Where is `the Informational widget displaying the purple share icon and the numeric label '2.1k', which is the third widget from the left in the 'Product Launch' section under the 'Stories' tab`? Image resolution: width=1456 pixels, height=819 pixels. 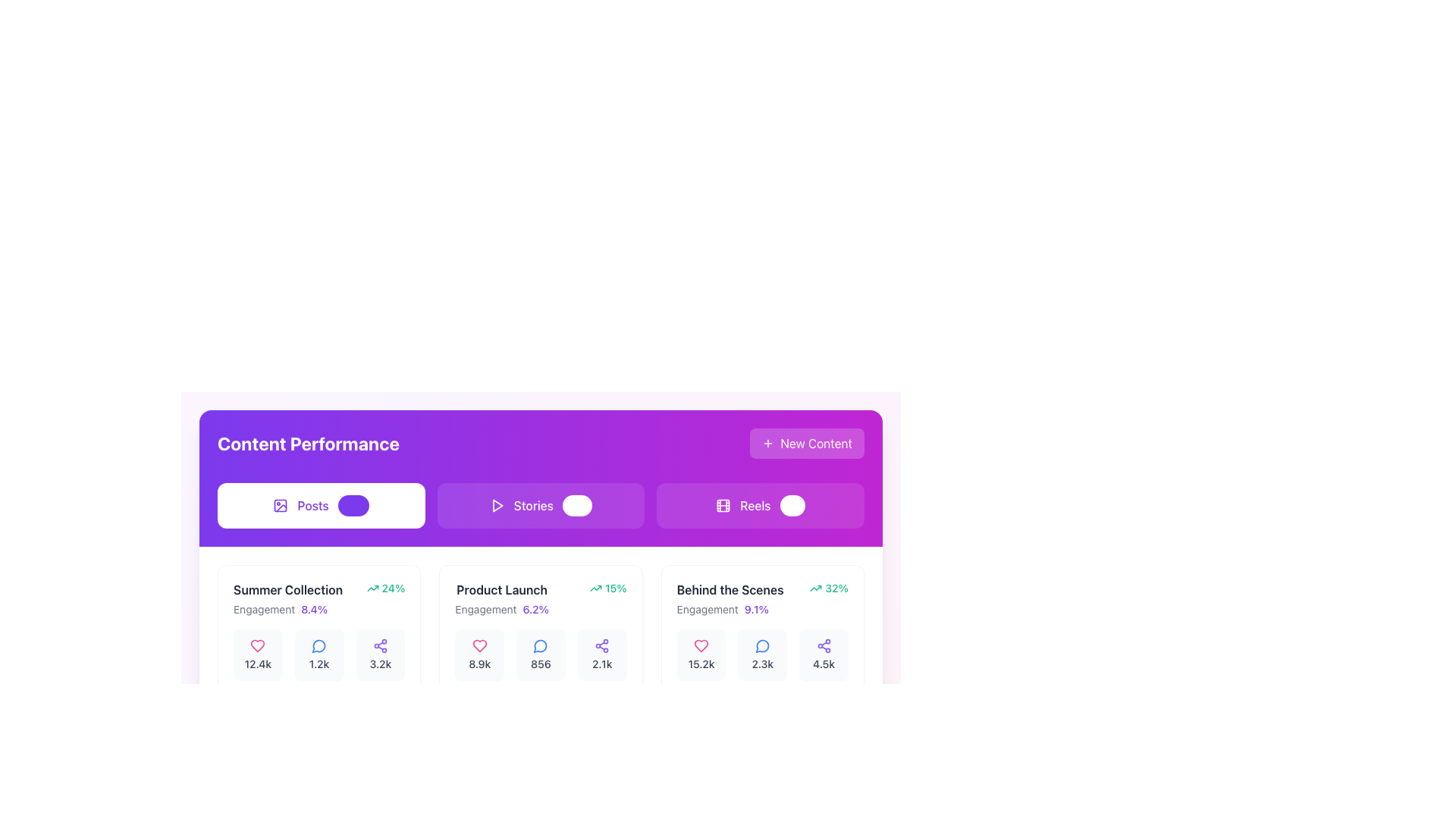
the Informational widget displaying the purple share icon and the numeric label '2.1k', which is the third widget from the left in the 'Product Launch' section under the 'Stories' tab is located at coordinates (601, 654).